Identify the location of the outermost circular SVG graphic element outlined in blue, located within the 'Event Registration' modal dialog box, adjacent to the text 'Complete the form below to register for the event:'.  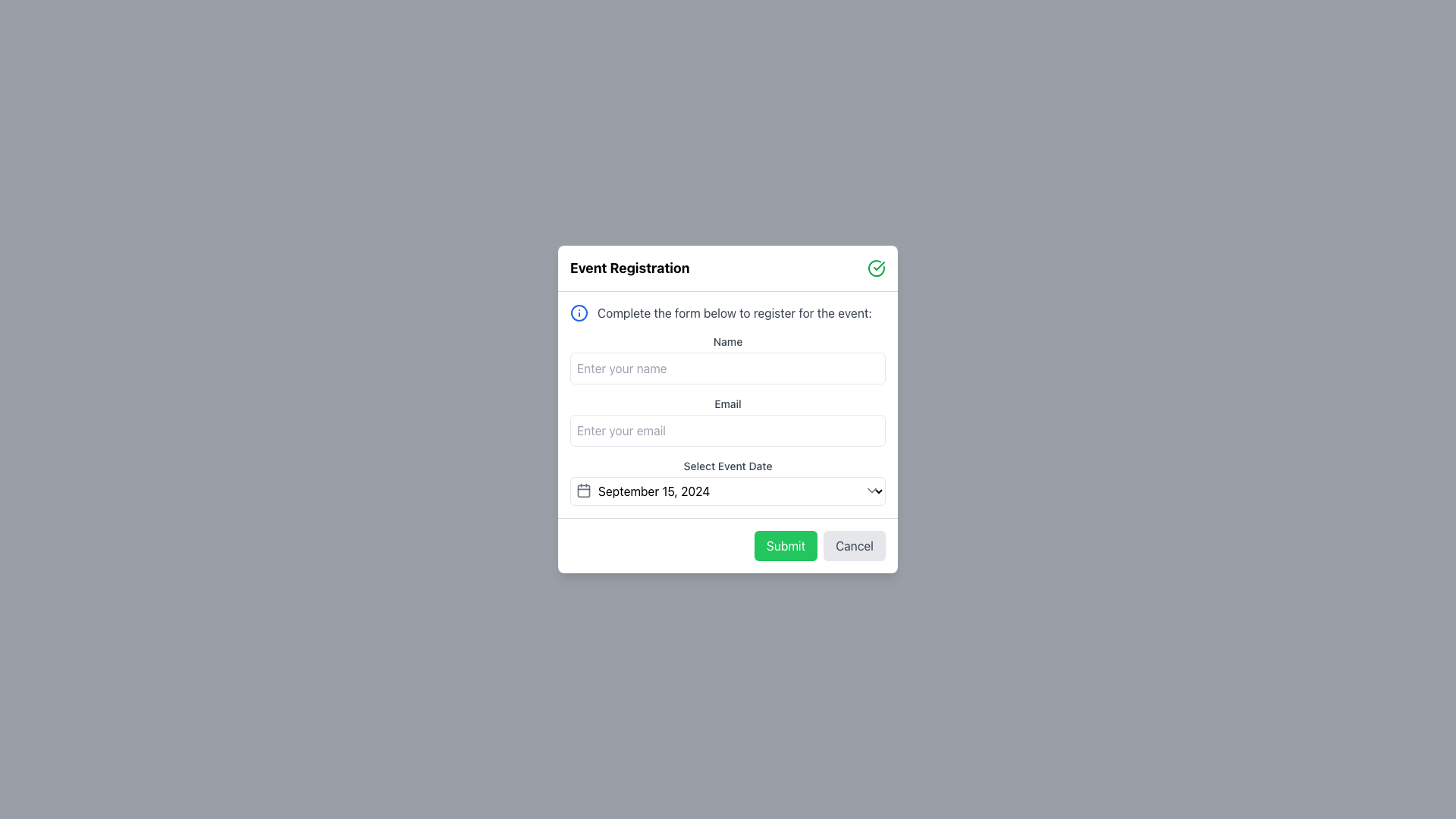
(578, 312).